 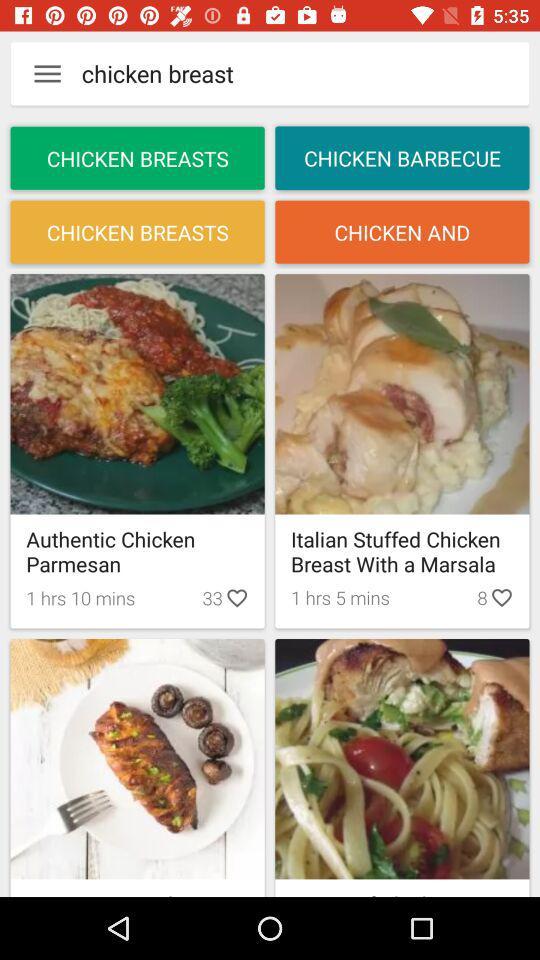 What do you see at coordinates (137, 451) in the screenshot?
I see `the first frame in the first row` at bounding box center [137, 451].